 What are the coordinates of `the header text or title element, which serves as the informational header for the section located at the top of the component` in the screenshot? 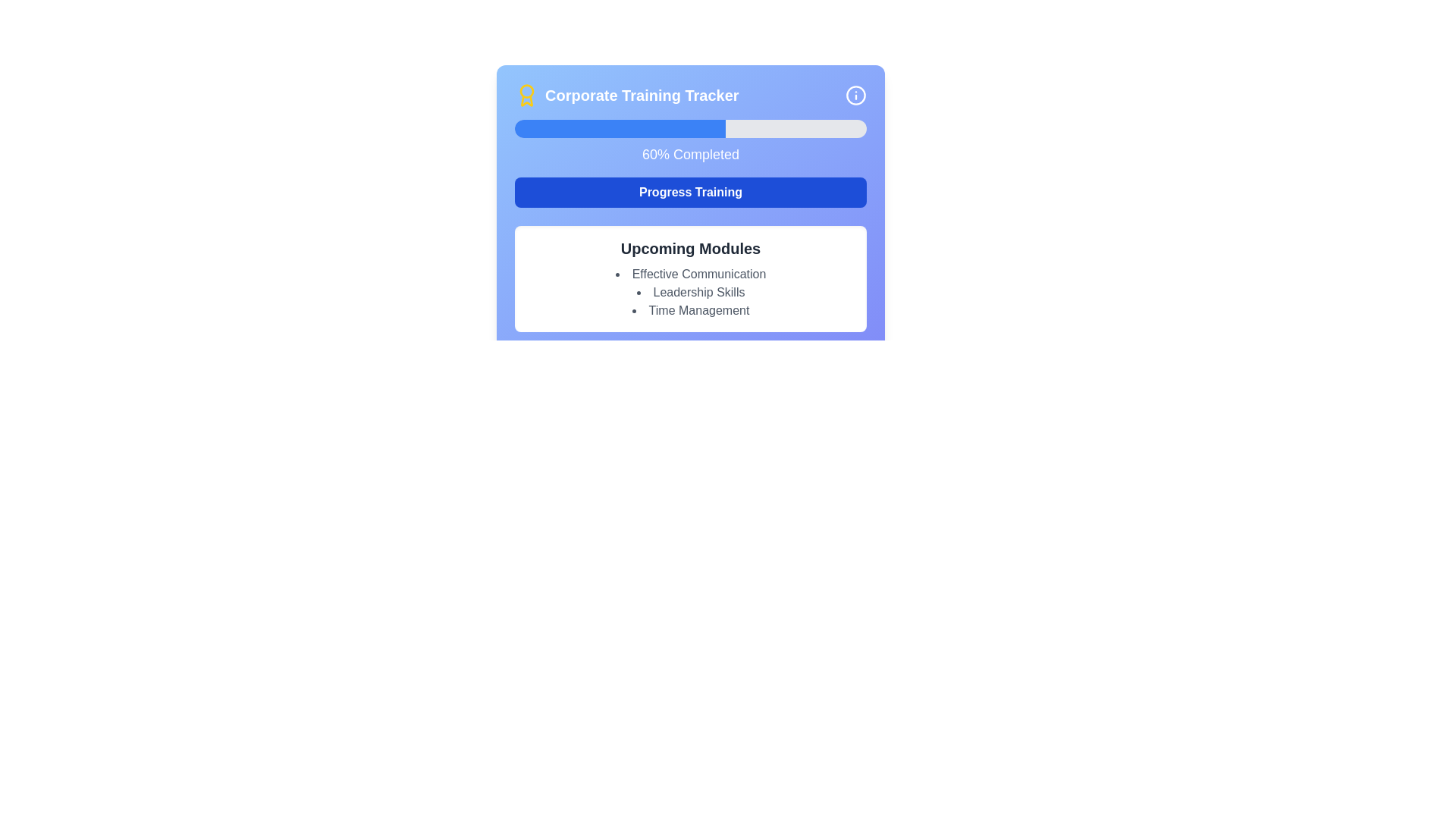 It's located at (690, 96).